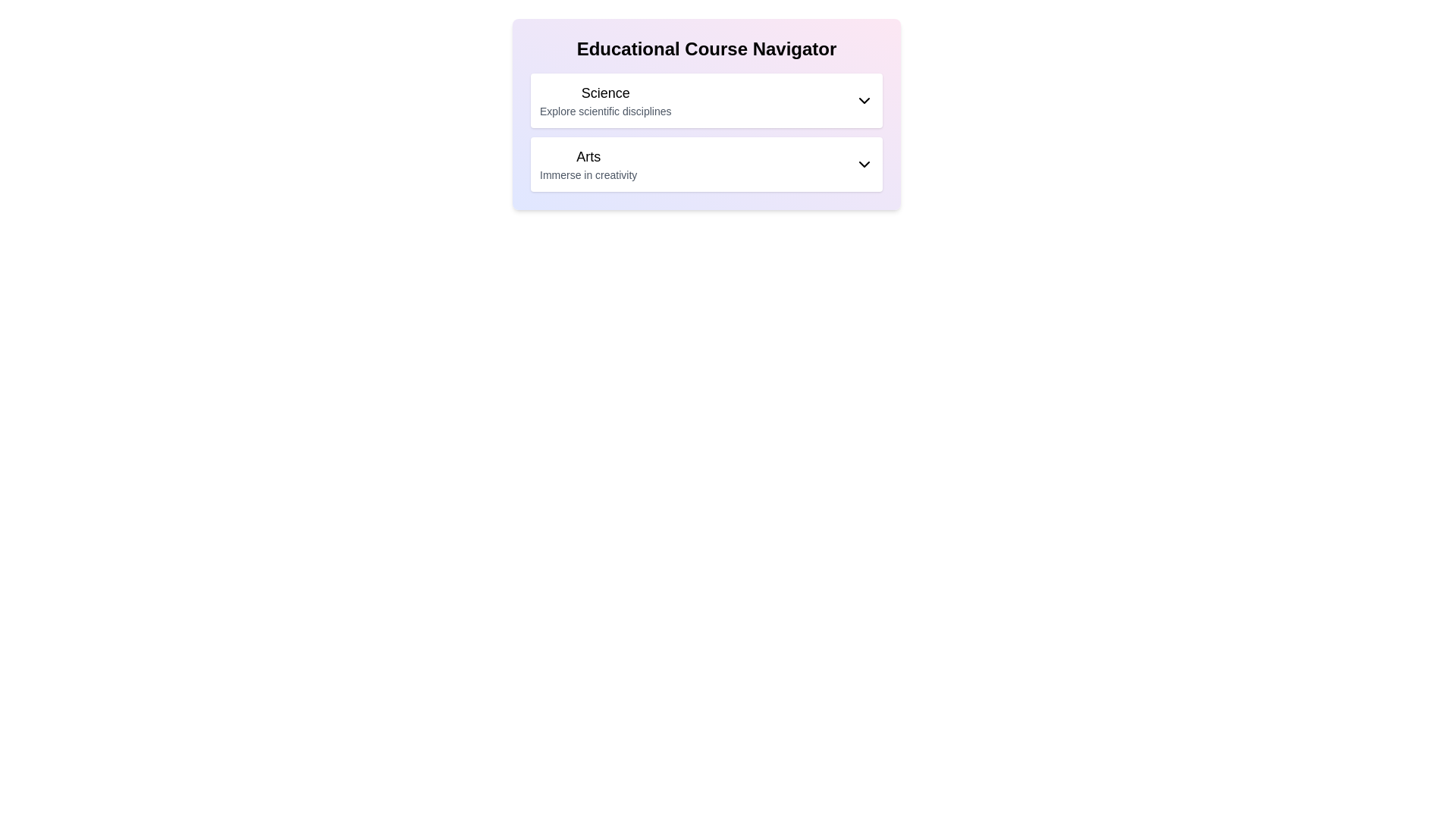 This screenshot has width=1456, height=819. I want to click on the downward-facing chevron SVG icon located at the right end of the 'Arts Immerse in creativity' section, so click(864, 164).